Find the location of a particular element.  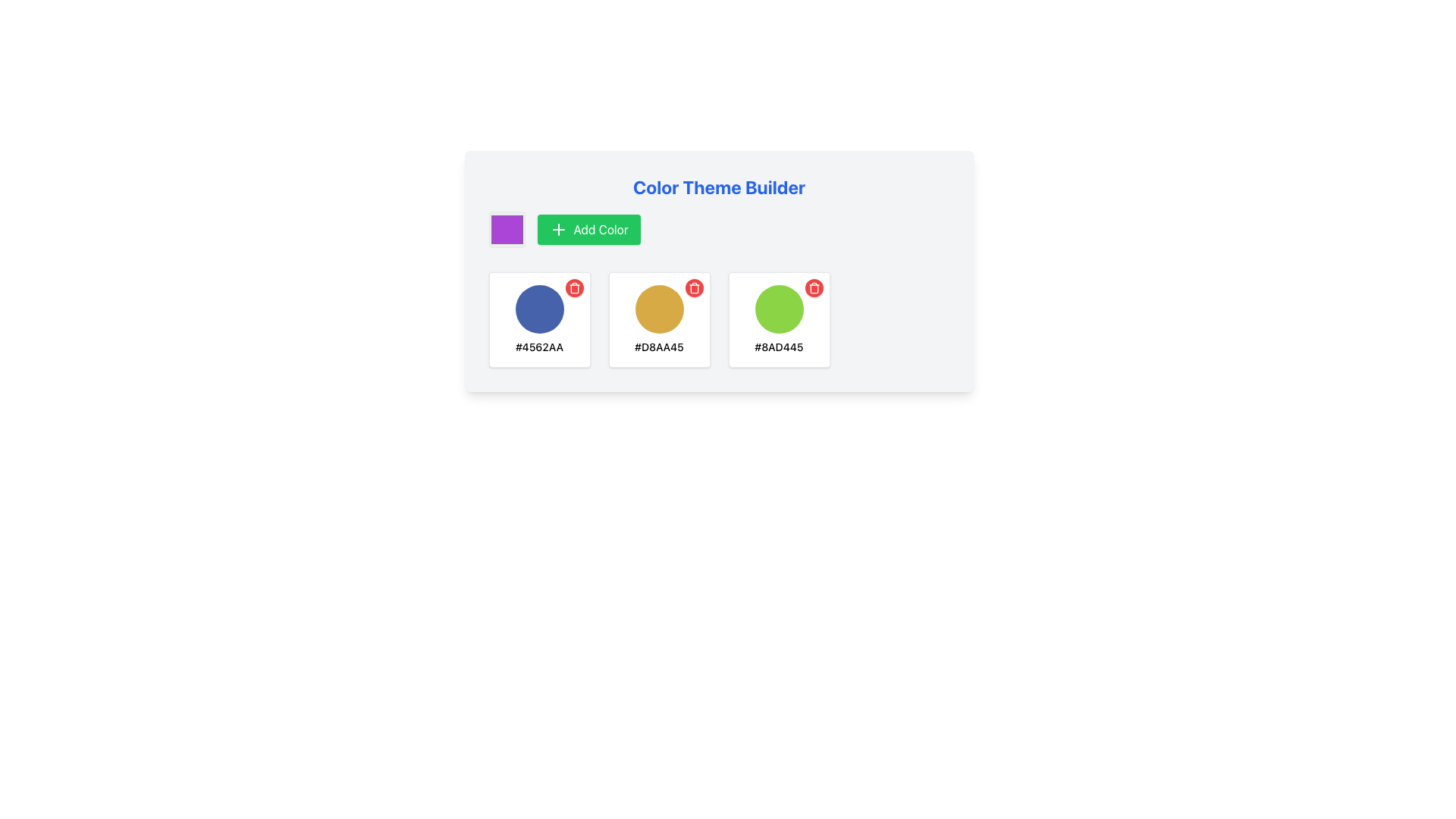

hex code displayed on the first blue color entry of the color palette in the Information Card, located within the Color Theme Builder interface is located at coordinates (539, 318).